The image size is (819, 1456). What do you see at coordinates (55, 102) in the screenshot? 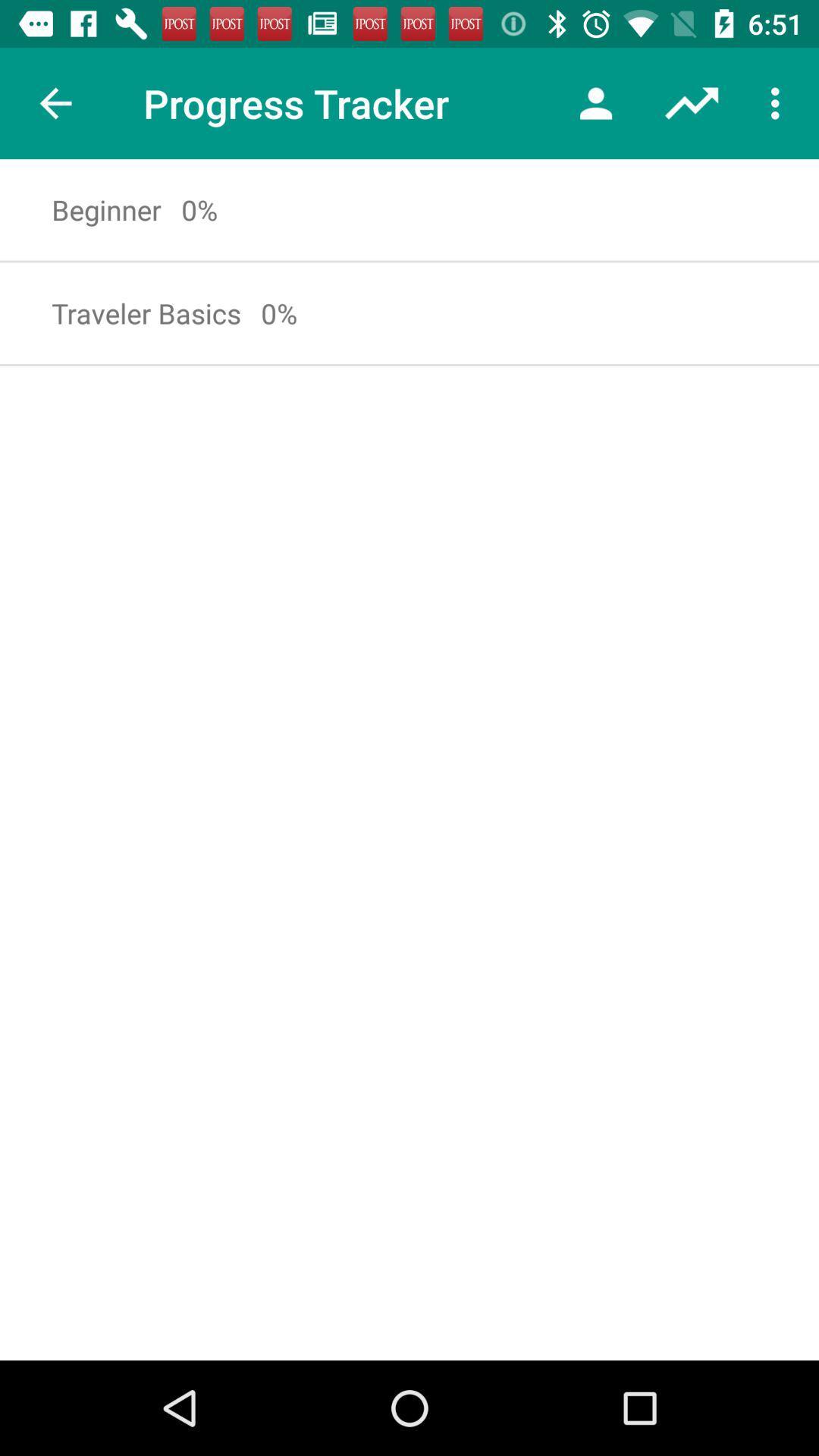
I see `item above the beginner` at bounding box center [55, 102].